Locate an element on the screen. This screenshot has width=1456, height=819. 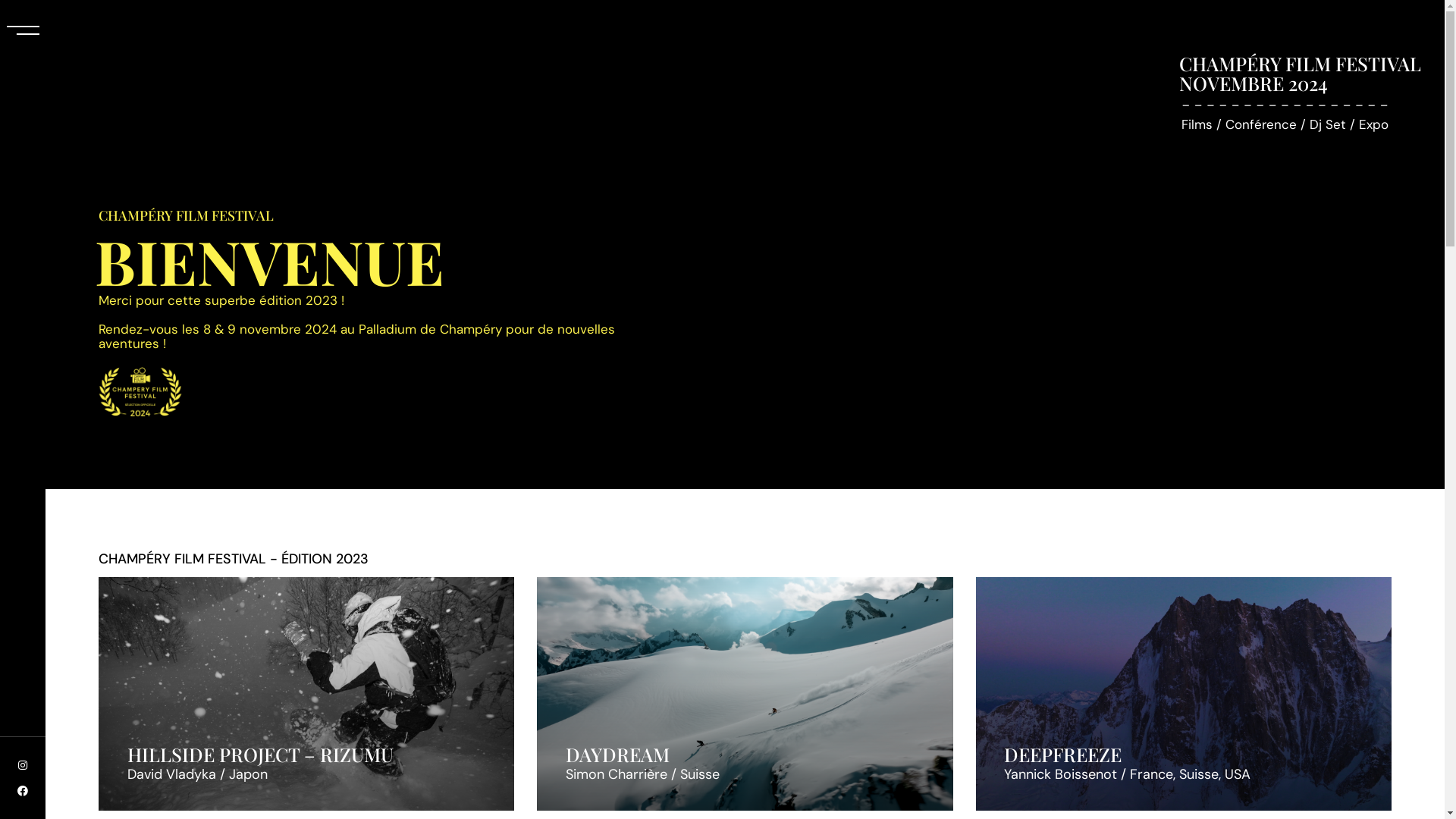
'France' is located at coordinates (1151, 775).